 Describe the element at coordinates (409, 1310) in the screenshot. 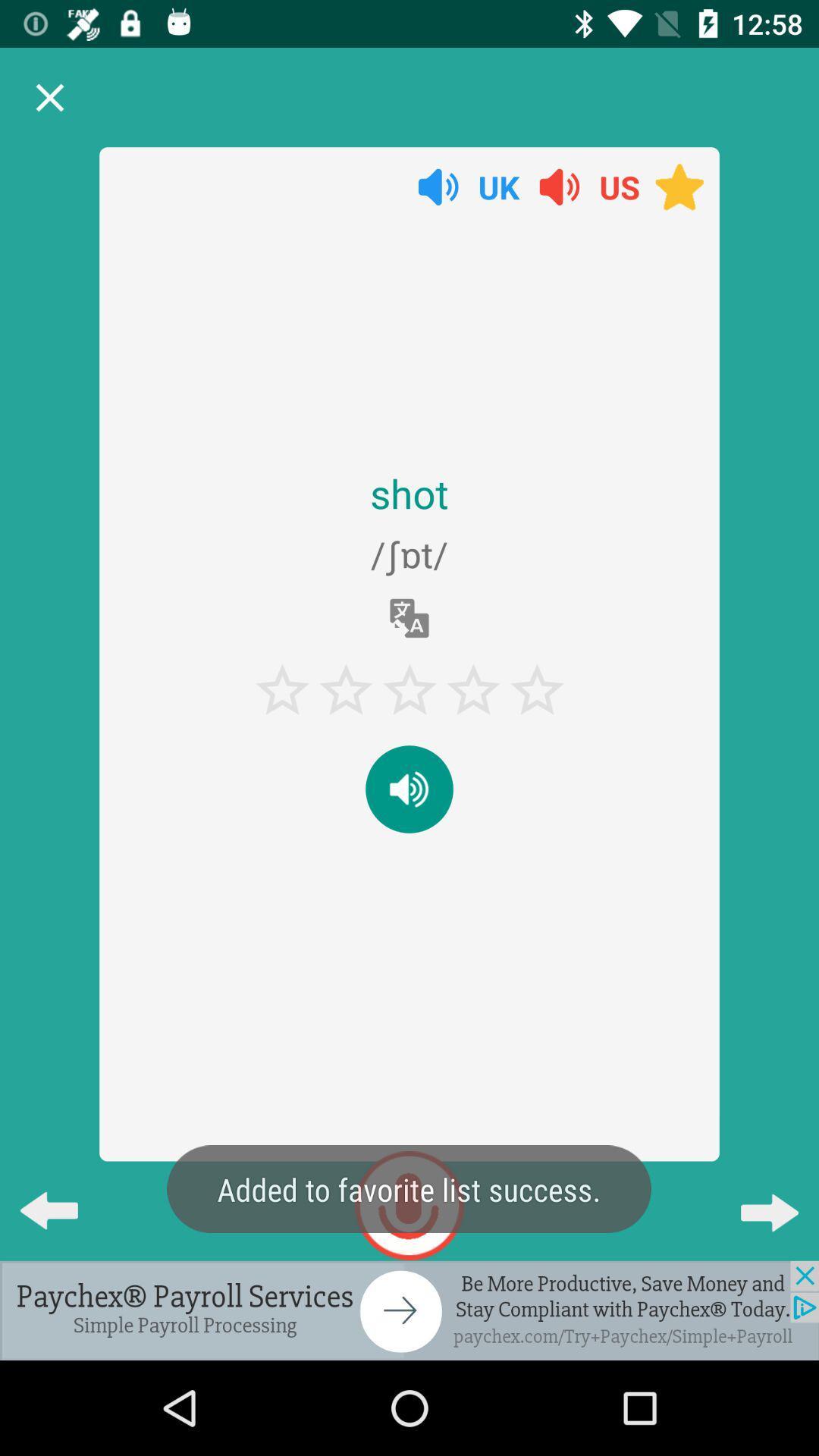

I see `advertisement` at that location.